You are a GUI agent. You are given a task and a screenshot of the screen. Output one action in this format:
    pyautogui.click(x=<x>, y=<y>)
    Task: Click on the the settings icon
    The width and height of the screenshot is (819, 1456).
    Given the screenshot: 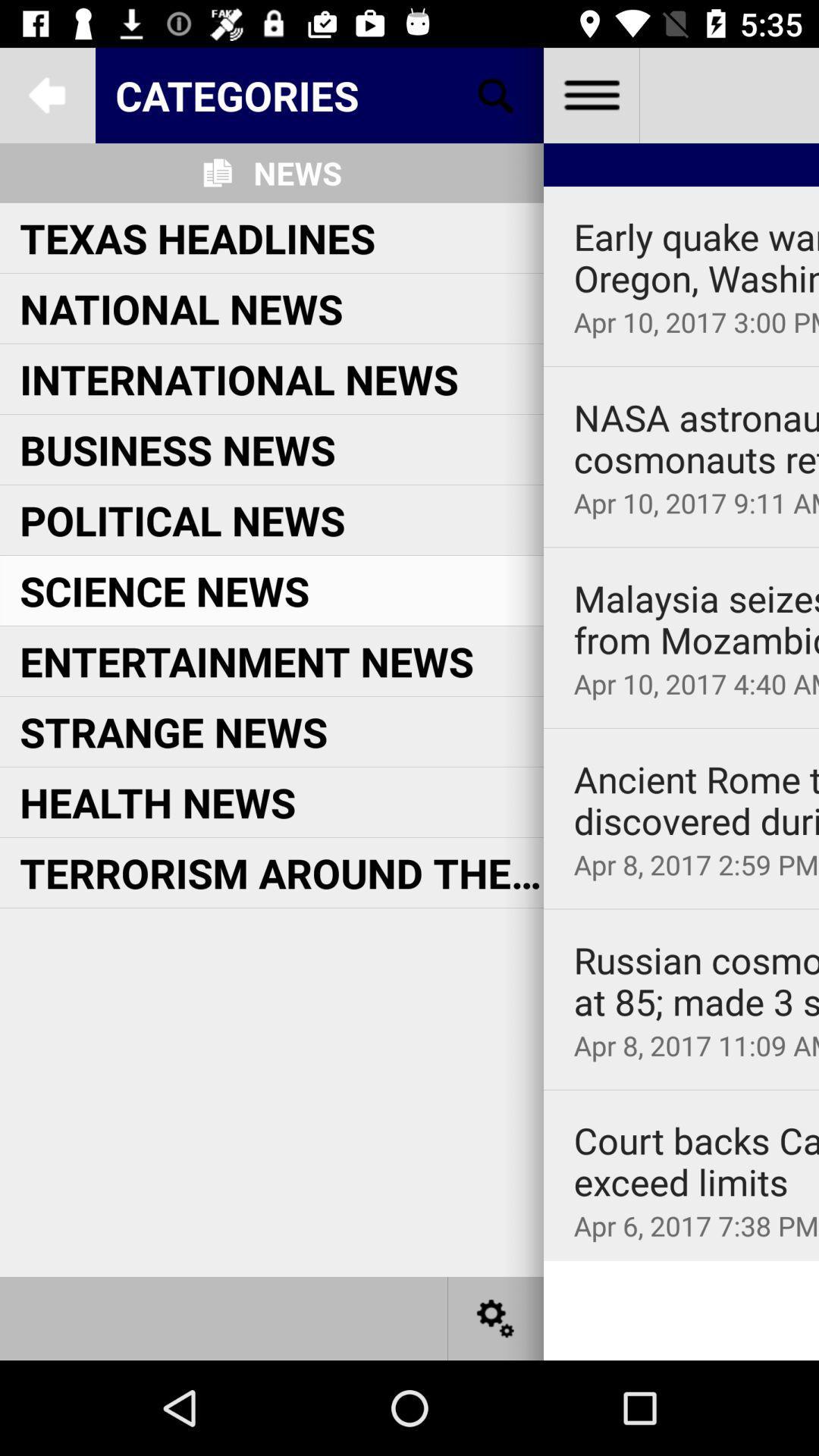 What is the action you would take?
    pyautogui.click(x=496, y=1317)
    